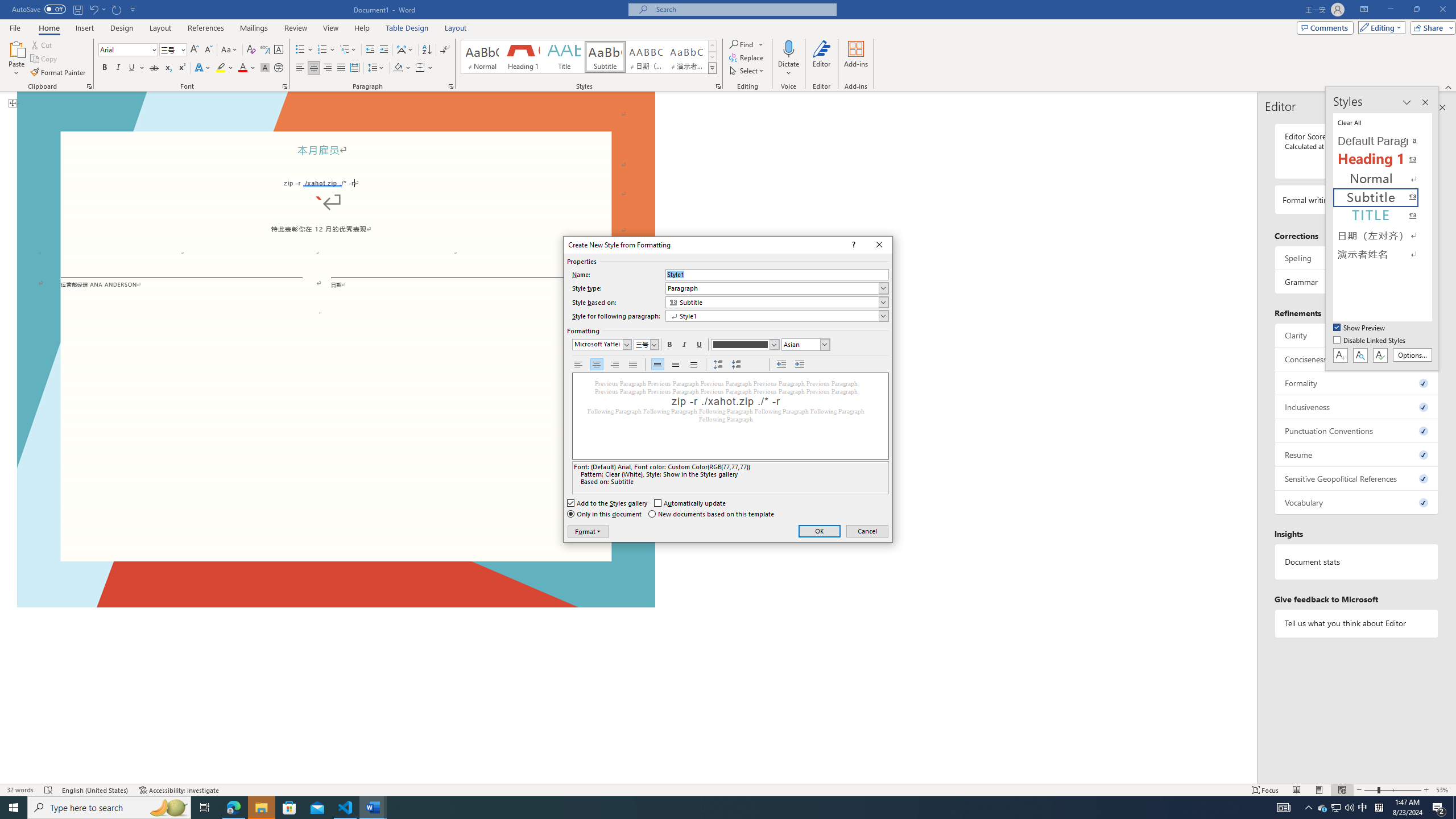 The height and width of the screenshot is (819, 1456). What do you see at coordinates (1356, 281) in the screenshot?
I see `'Grammar, 1 issue. Press space or enter to review items.'` at bounding box center [1356, 281].